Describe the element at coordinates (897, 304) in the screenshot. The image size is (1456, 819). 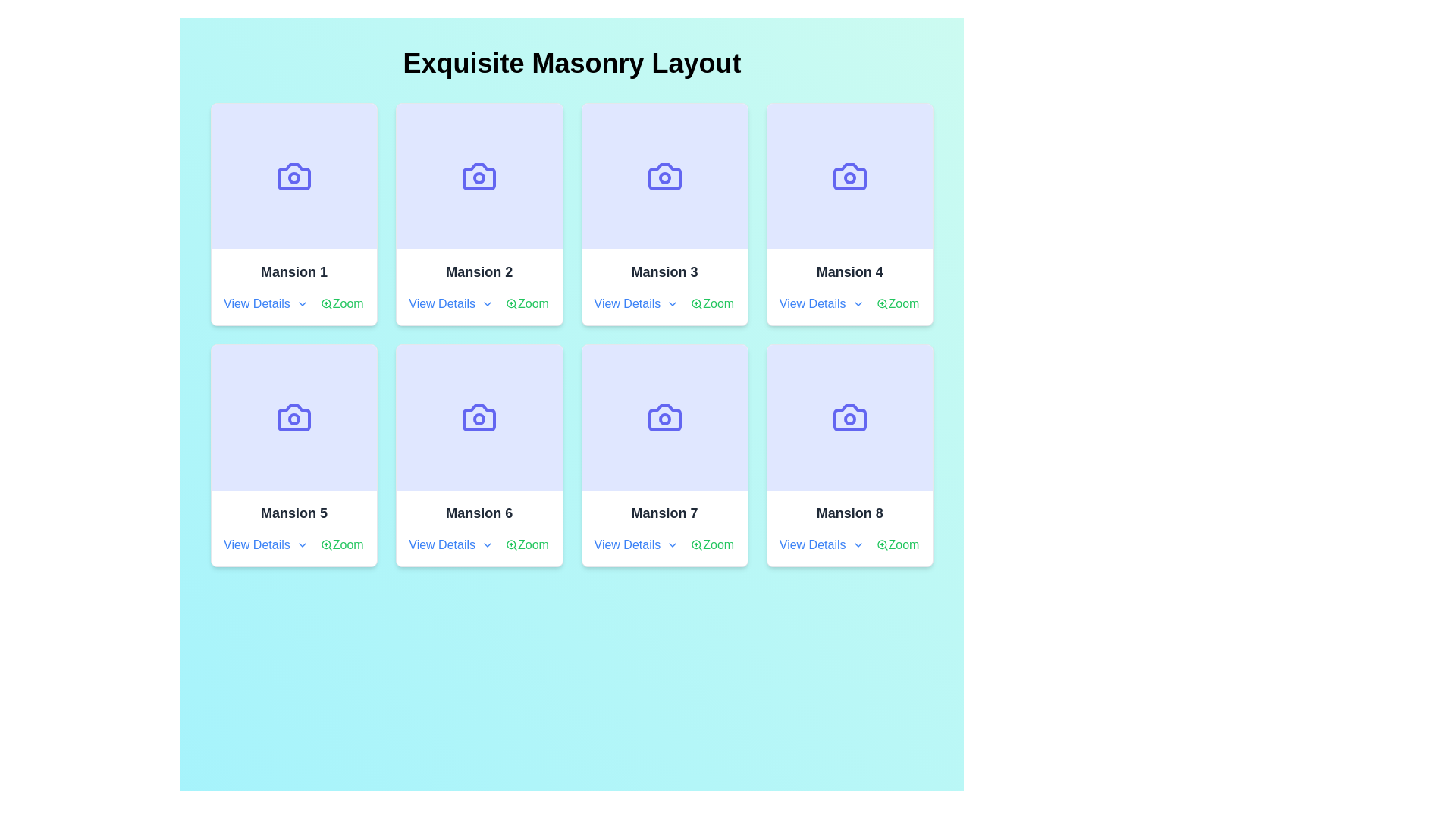
I see `the 'What this' text link with an accompanying icon in the bottom right corner of the 'Mansion 4' card` at that location.